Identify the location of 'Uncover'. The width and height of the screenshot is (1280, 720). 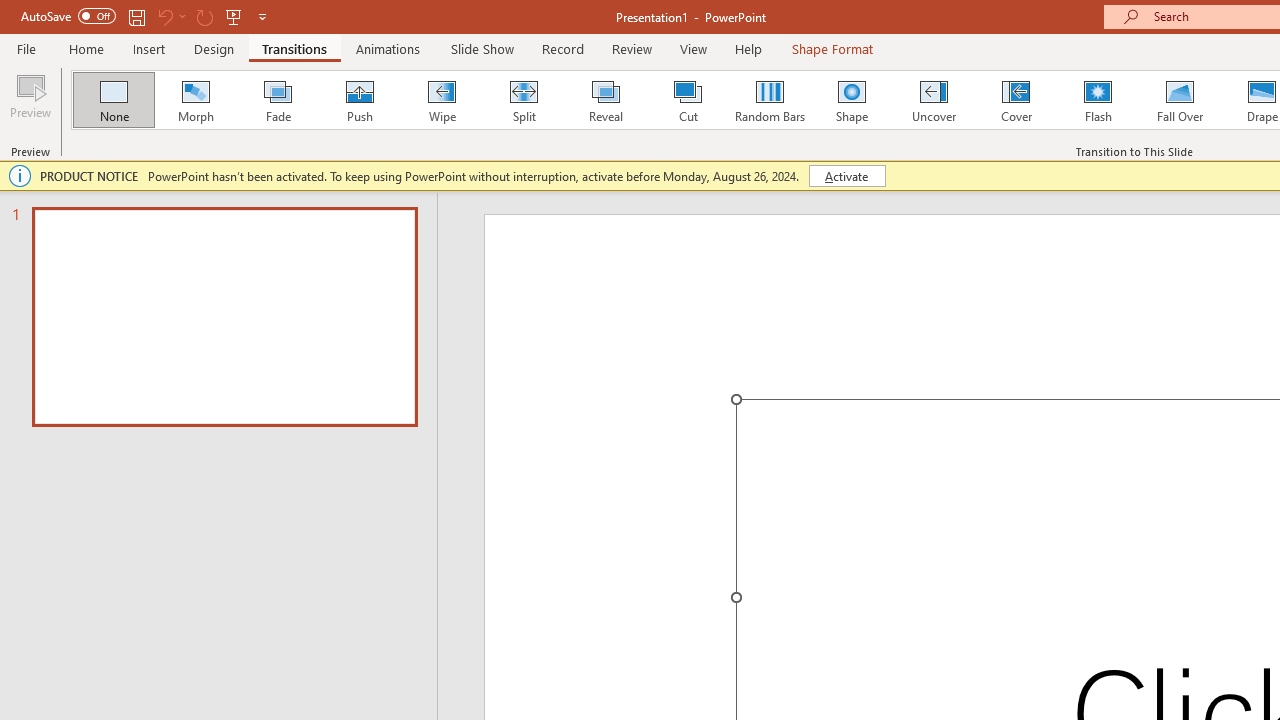
(933, 100).